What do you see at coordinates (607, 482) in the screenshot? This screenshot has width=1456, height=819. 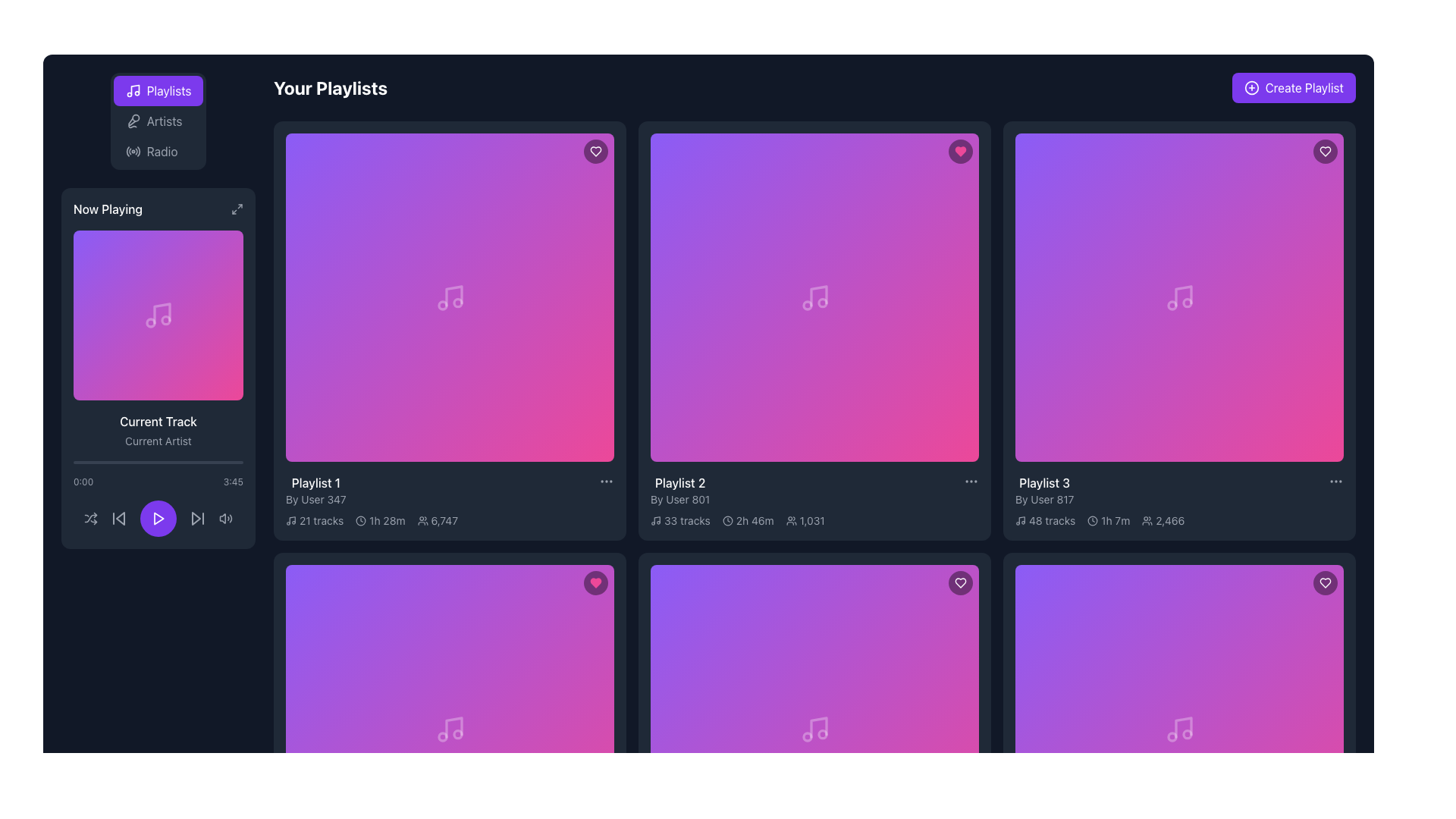 I see `the context menu button located at the top-right corner of the tile labeled 'Playlist 1'` at bounding box center [607, 482].